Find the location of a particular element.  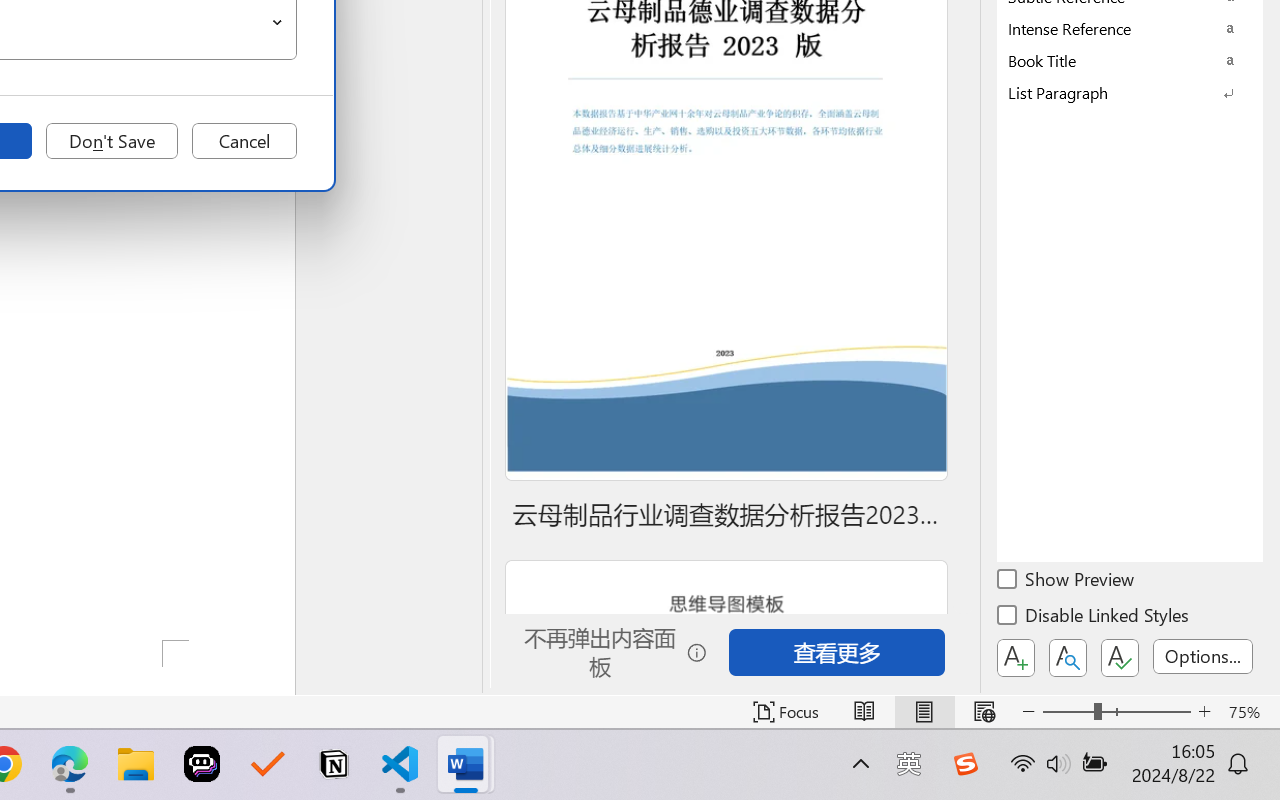

'Web Layout' is located at coordinates (984, 711).